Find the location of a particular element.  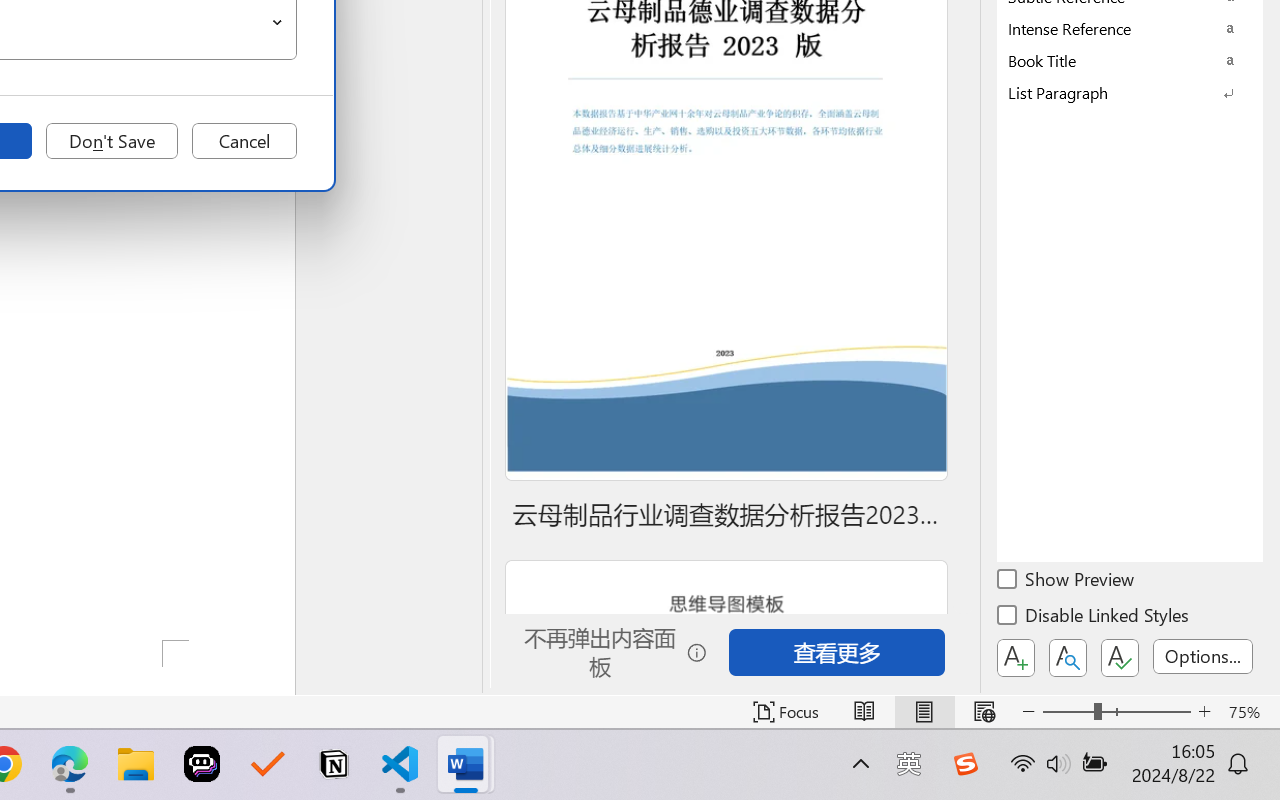

'Web Layout' is located at coordinates (984, 711).